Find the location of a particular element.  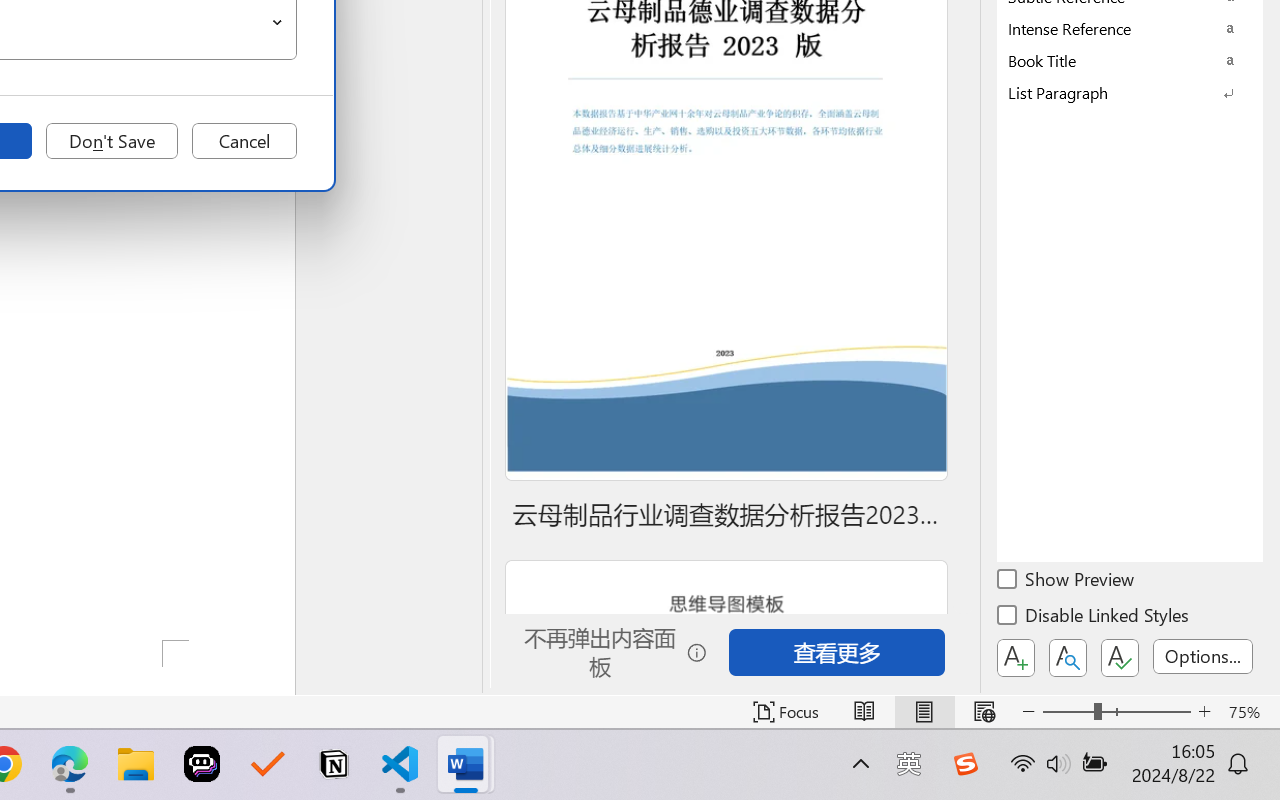

'Web Layout' is located at coordinates (984, 711).